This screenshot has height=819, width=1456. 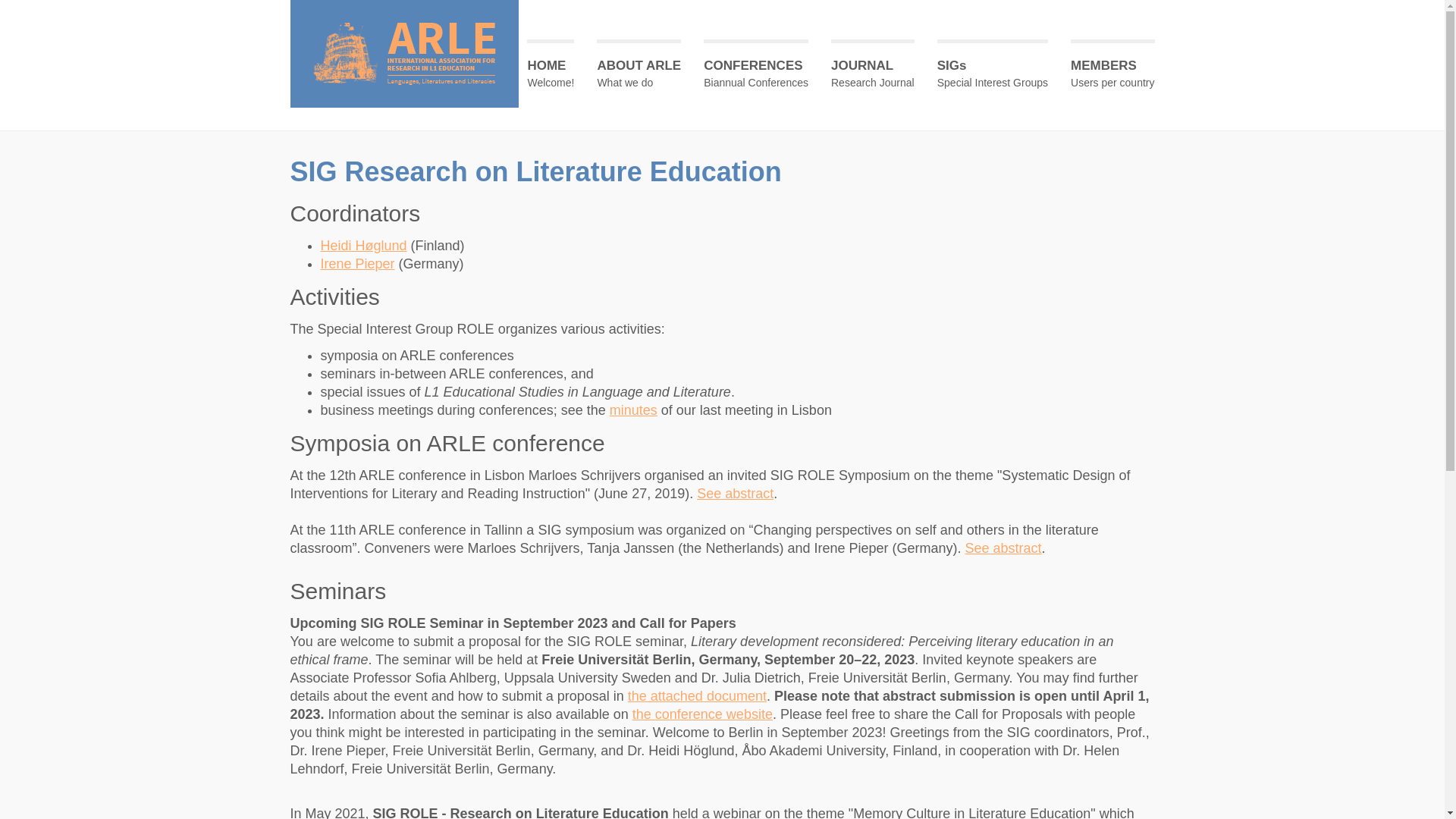 I want to click on 'SIGs, so click(x=993, y=71).